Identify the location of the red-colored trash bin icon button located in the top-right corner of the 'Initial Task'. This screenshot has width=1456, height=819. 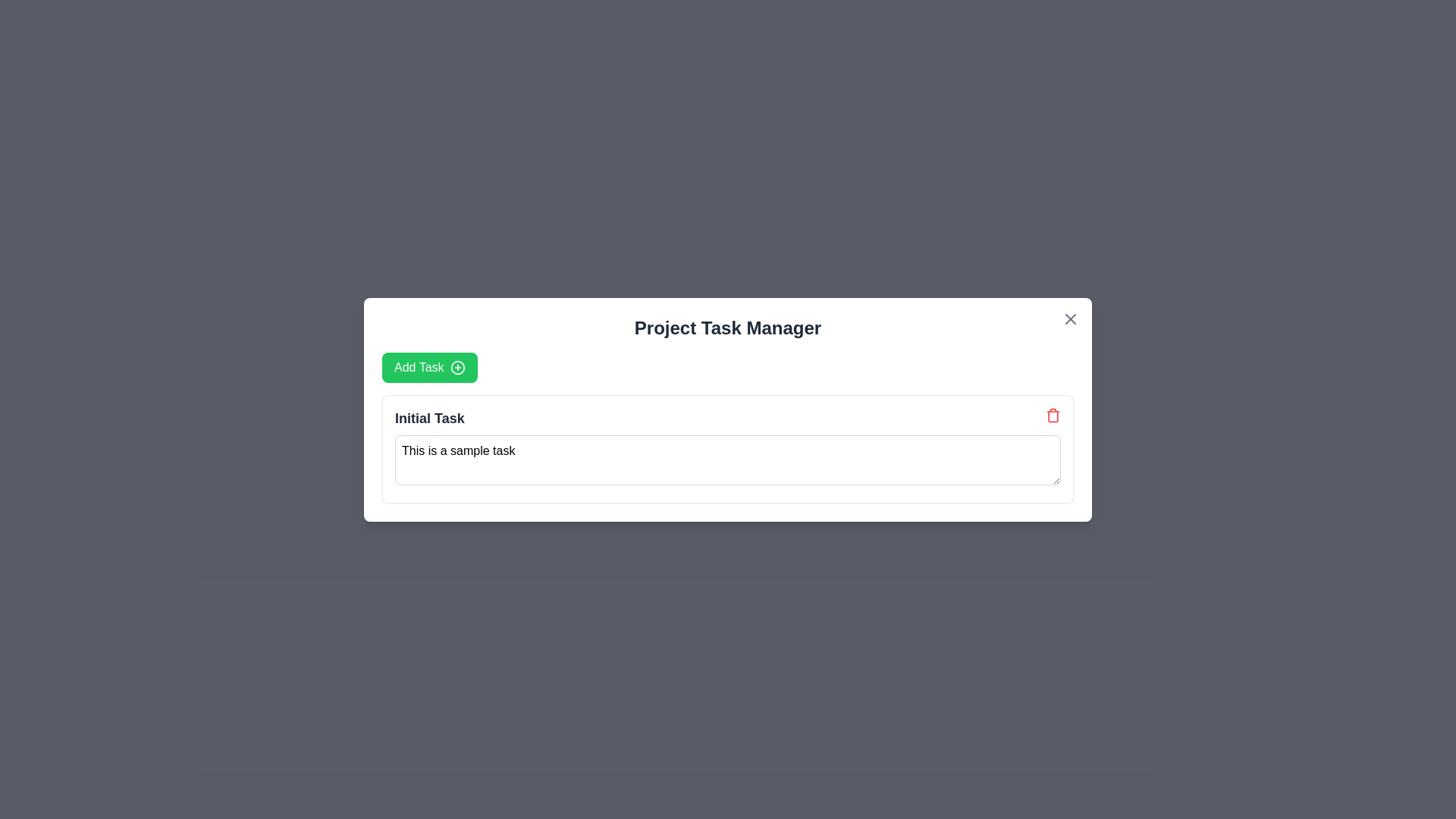
(1052, 415).